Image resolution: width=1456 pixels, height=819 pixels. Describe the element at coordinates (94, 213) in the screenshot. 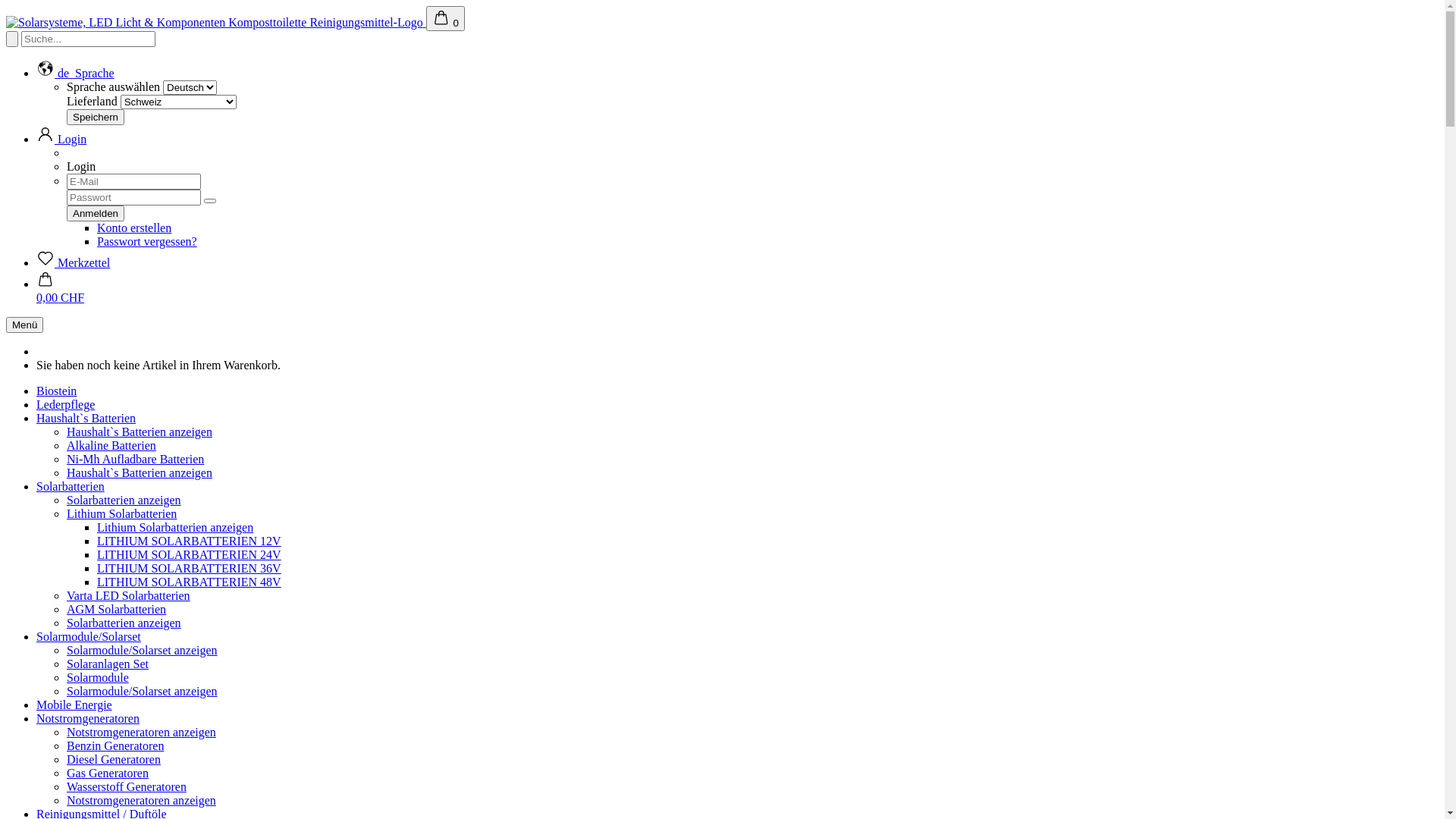

I see `'Anmelden'` at that location.